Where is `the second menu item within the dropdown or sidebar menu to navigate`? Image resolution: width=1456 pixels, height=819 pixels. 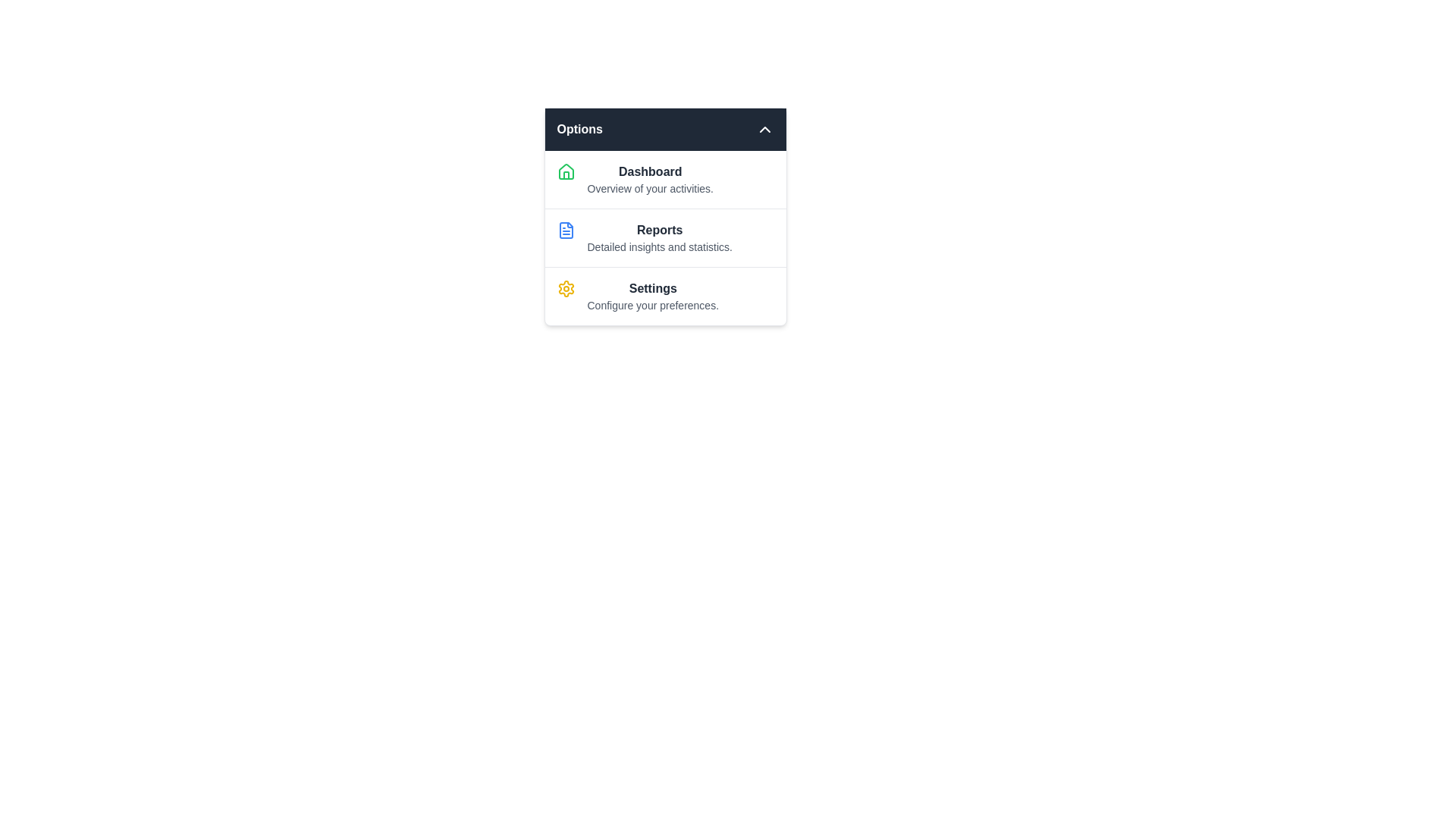
the second menu item within the dropdown or sidebar menu to navigate is located at coordinates (665, 237).